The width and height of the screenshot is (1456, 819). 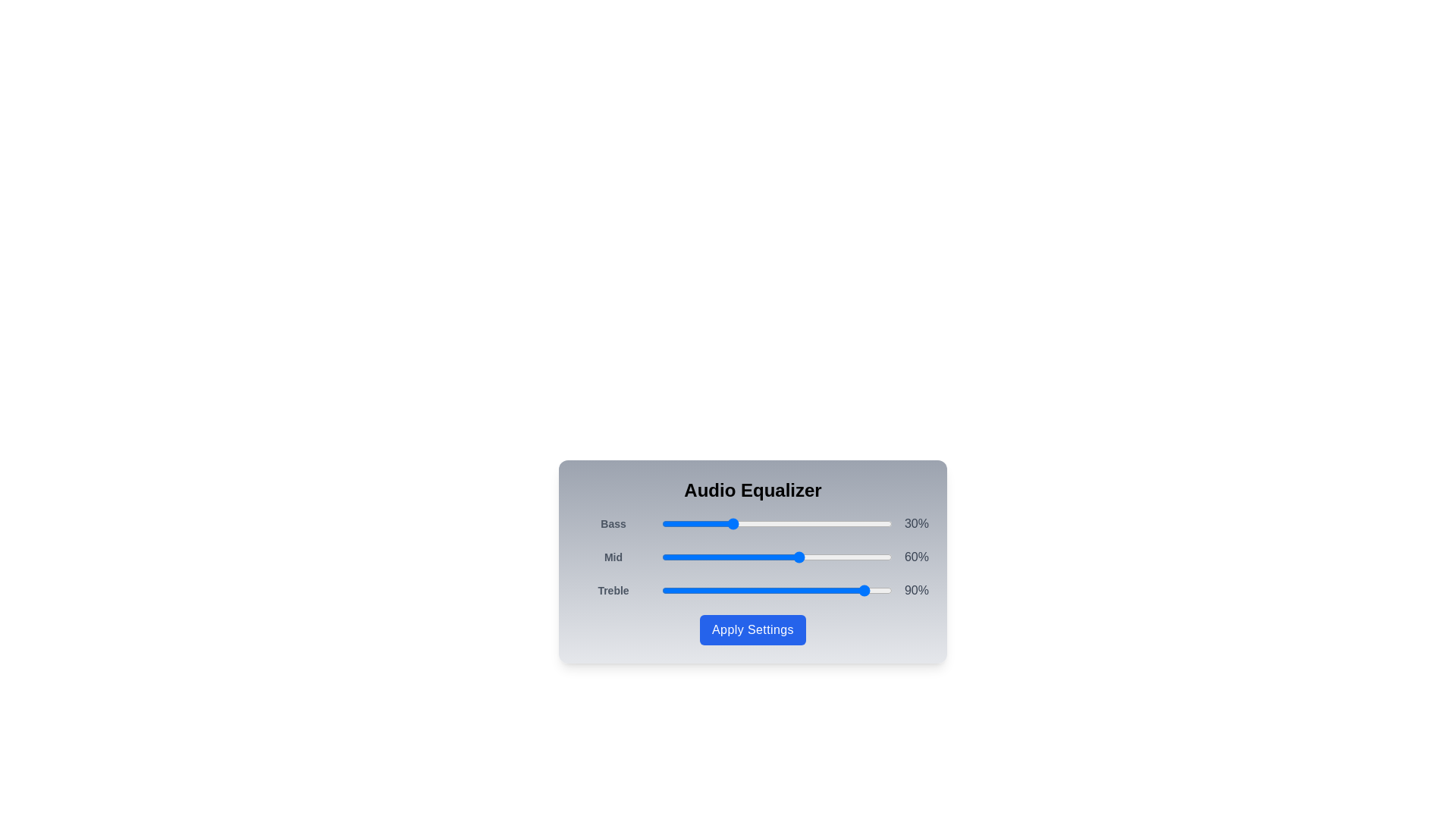 What do you see at coordinates (753, 629) in the screenshot?
I see `'Apply Settings' button to apply the equalizer settings` at bounding box center [753, 629].